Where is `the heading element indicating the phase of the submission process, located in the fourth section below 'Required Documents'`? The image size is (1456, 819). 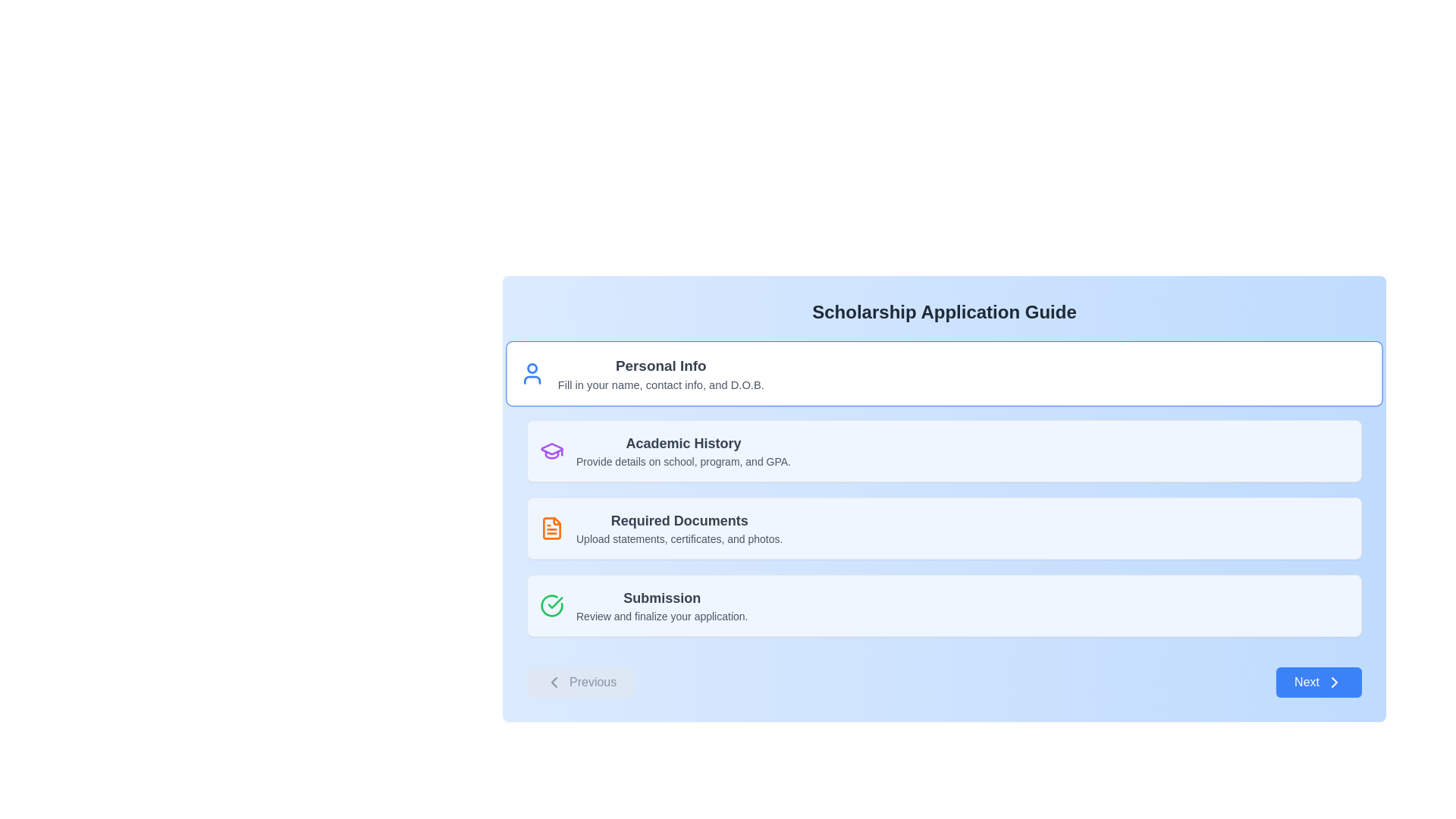 the heading element indicating the phase of the submission process, located in the fourth section below 'Required Documents' is located at coordinates (662, 598).